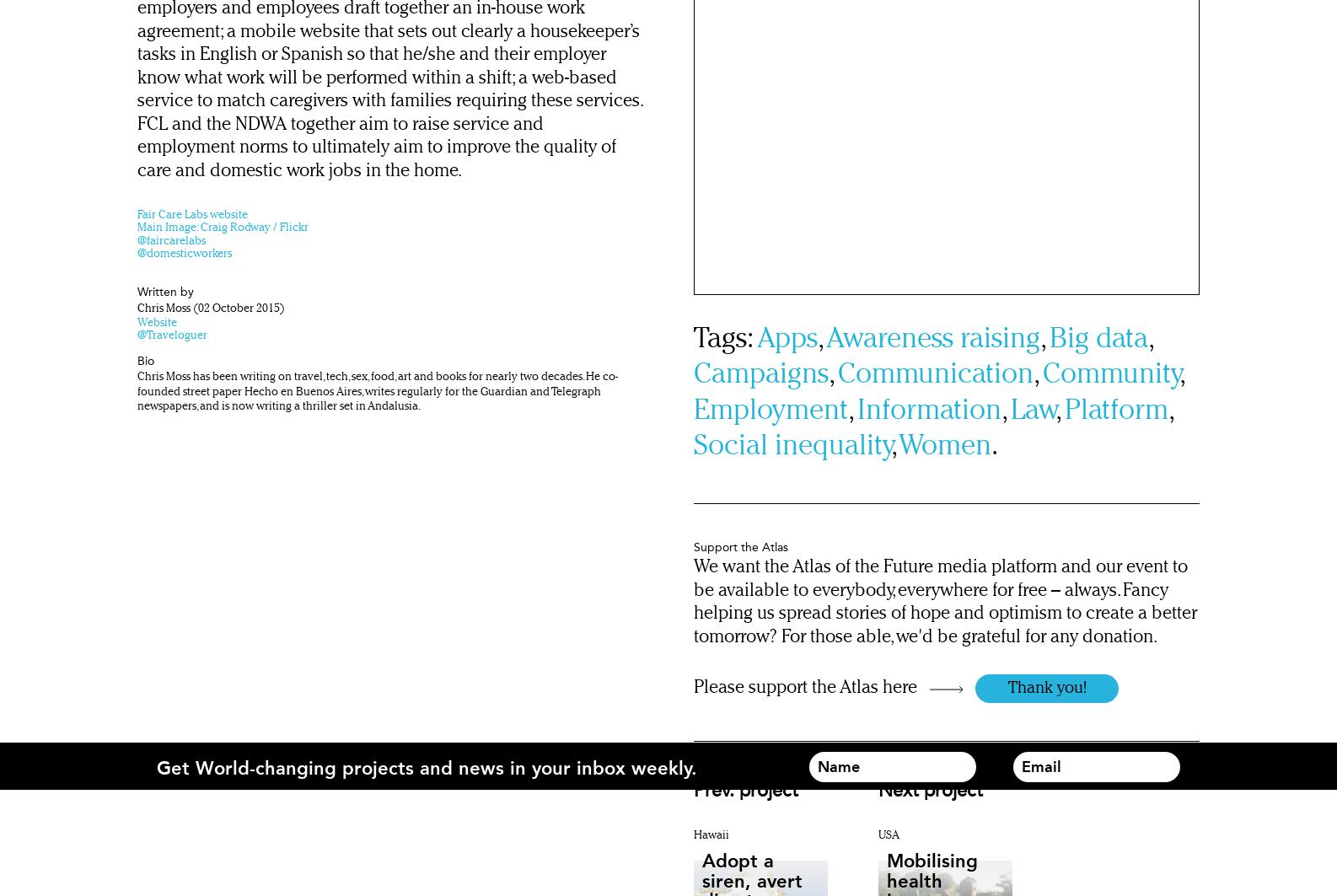 The width and height of the screenshot is (1337, 896). What do you see at coordinates (427, 767) in the screenshot?
I see `'Get World-changing projects and news in your inbox weekly.'` at bounding box center [427, 767].